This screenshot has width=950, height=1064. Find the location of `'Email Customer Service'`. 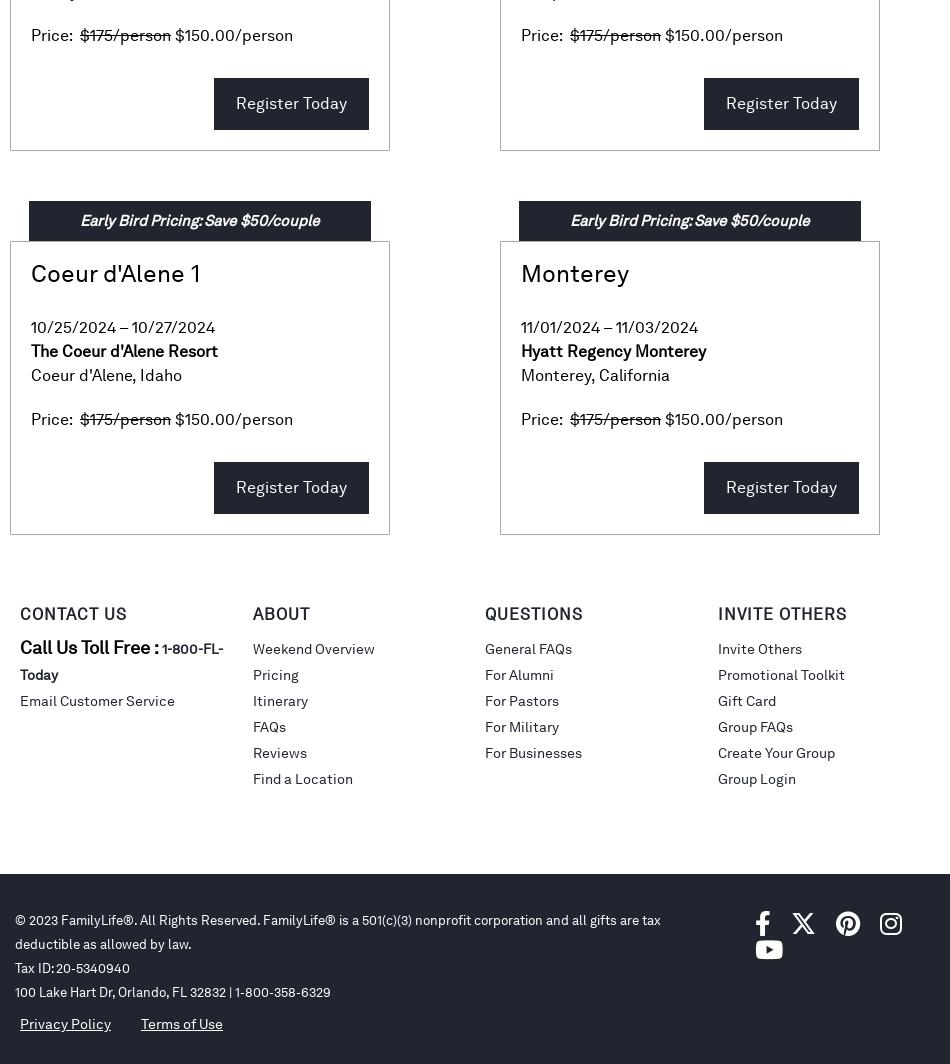

'Email Customer Service' is located at coordinates (20, 701).